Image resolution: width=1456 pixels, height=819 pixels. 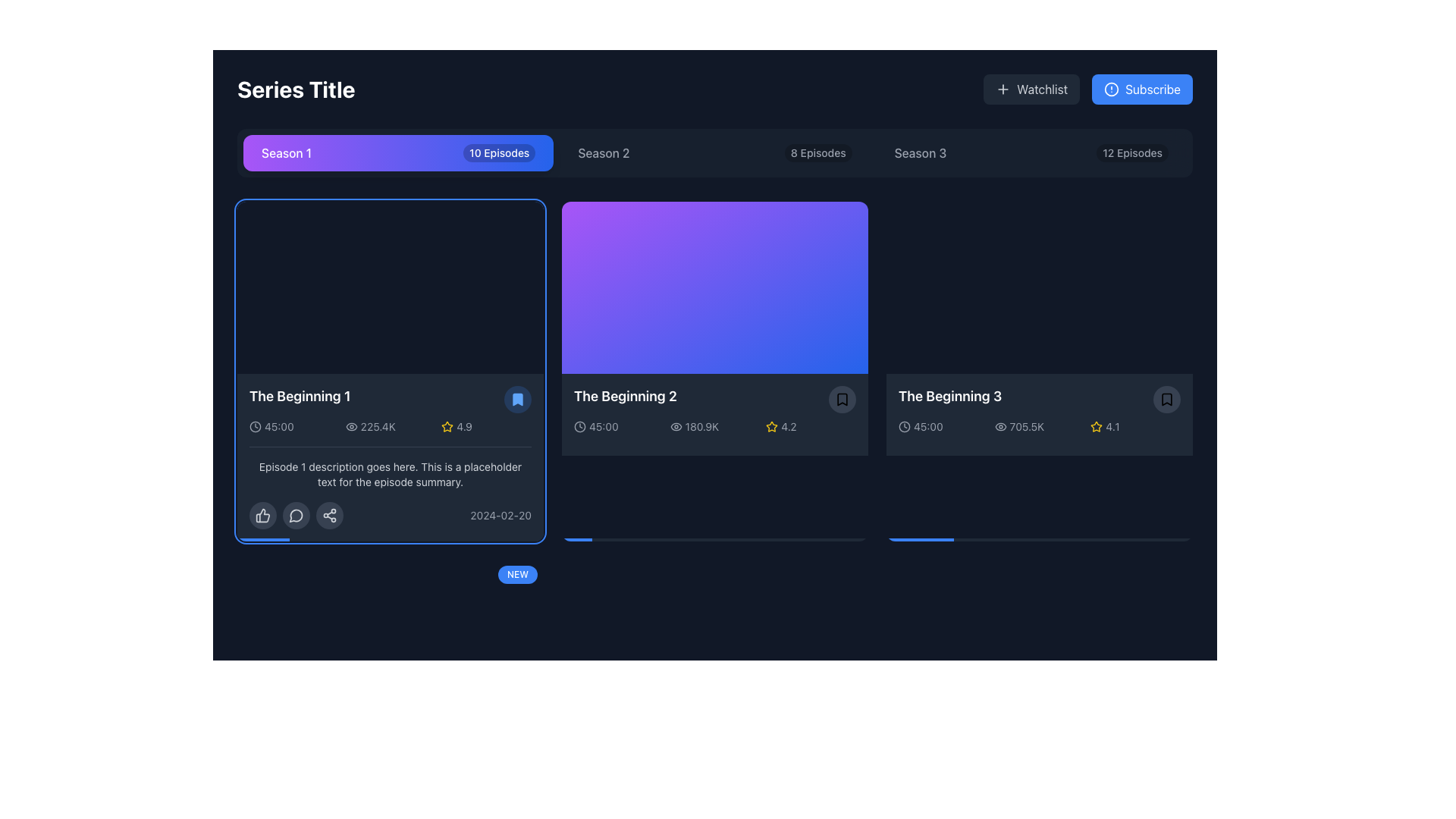 I want to click on the episode card displaying details about the episode such as title, duration, views, rating, description, and release date, which is the first card, so click(x=390, y=371).